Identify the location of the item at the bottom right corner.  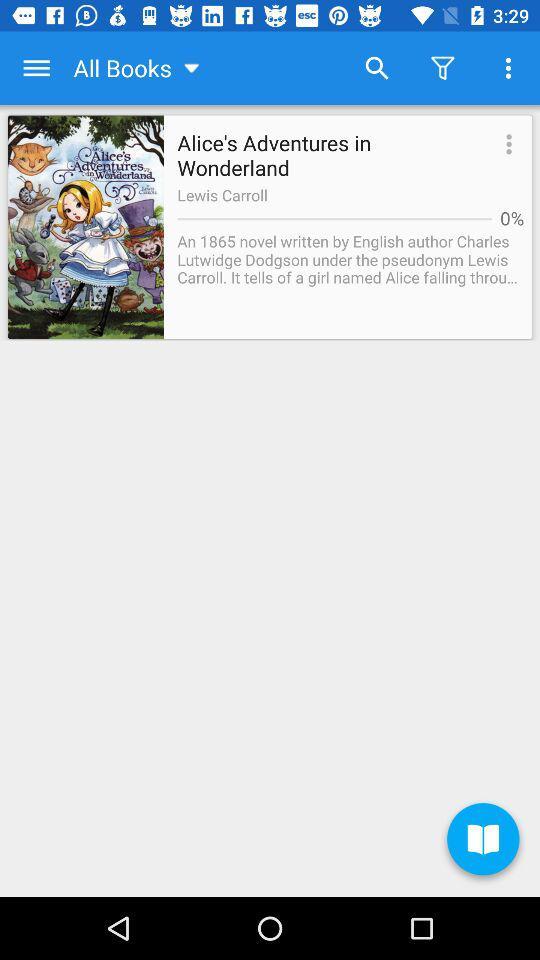
(482, 841).